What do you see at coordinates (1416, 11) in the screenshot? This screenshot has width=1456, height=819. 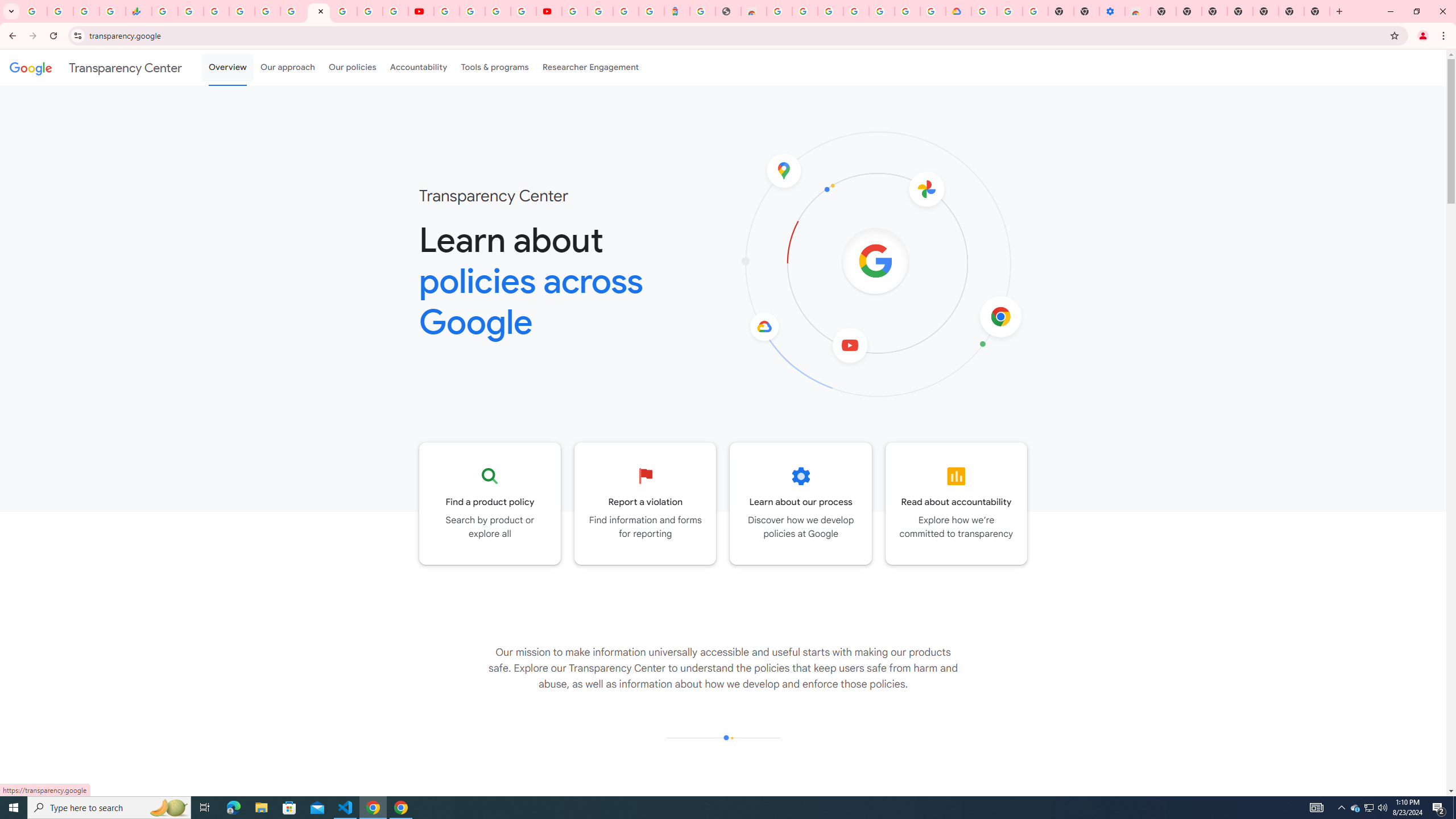 I see `'Restore'` at bounding box center [1416, 11].